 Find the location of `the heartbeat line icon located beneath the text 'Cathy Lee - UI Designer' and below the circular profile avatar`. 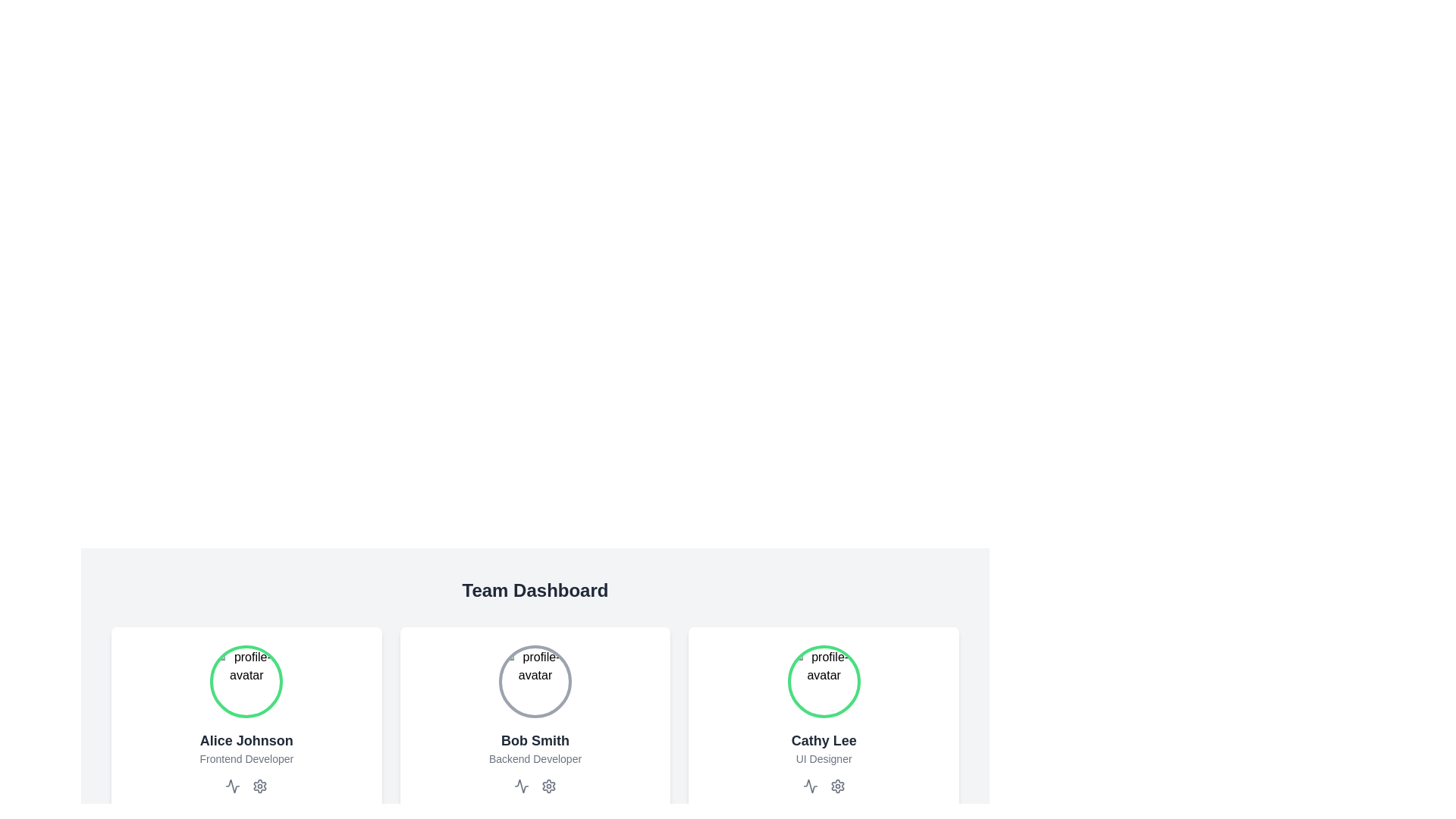

the heartbeat line icon located beneath the text 'Cathy Lee - UI Designer' and below the circular profile avatar is located at coordinates (809, 786).